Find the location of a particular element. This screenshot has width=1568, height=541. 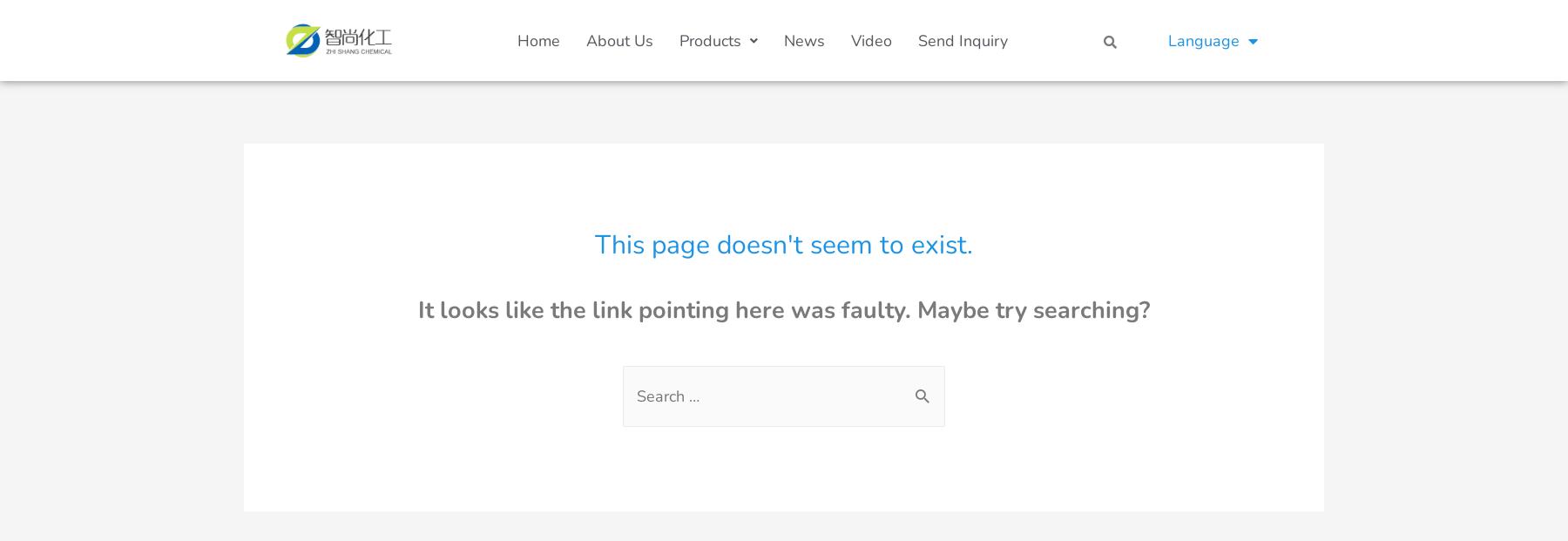

'It looks like the link pointing here was faulty. Maybe try searching?' is located at coordinates (784, 310).